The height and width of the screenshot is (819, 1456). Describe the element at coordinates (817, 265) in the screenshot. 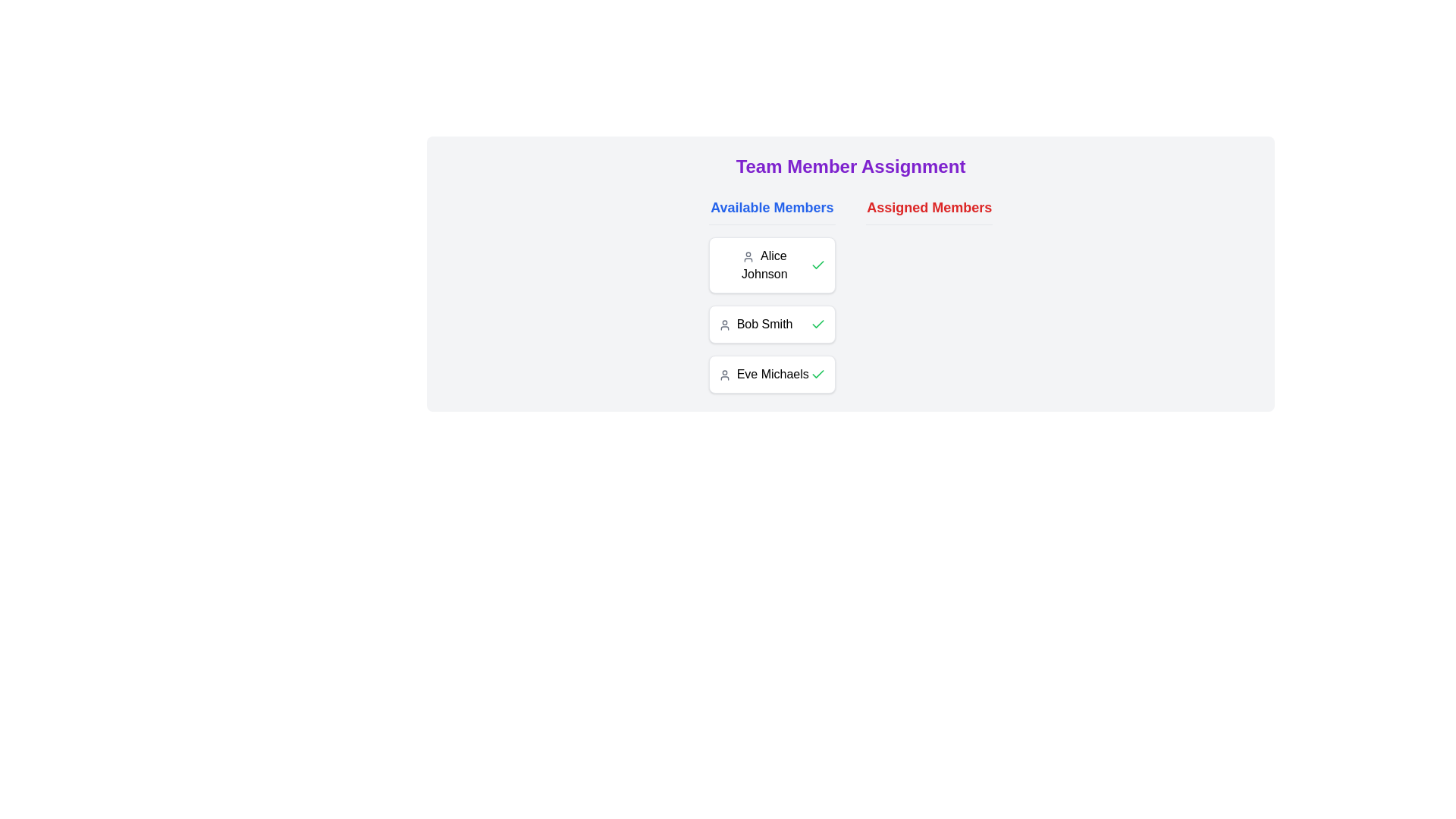

I see `the green check mark icon located in the right section of Alice Johnson's card, which is the first card from the top` at that location.